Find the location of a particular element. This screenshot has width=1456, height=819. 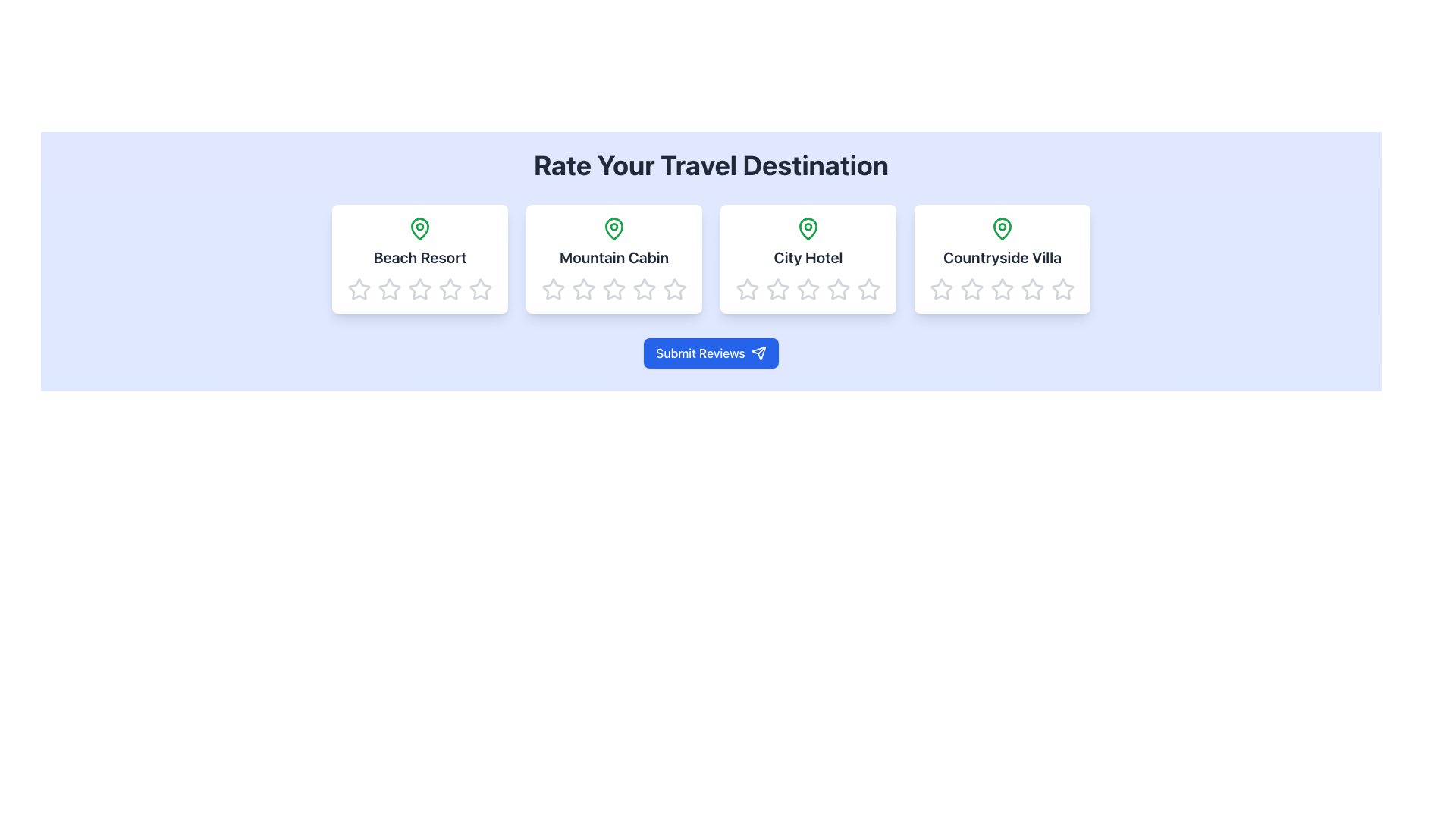

heading element that displays 'Rate Your Travel Destination', which is a large, bold text positioned centrally at the top of the content section is located at coordinates (710, 165).